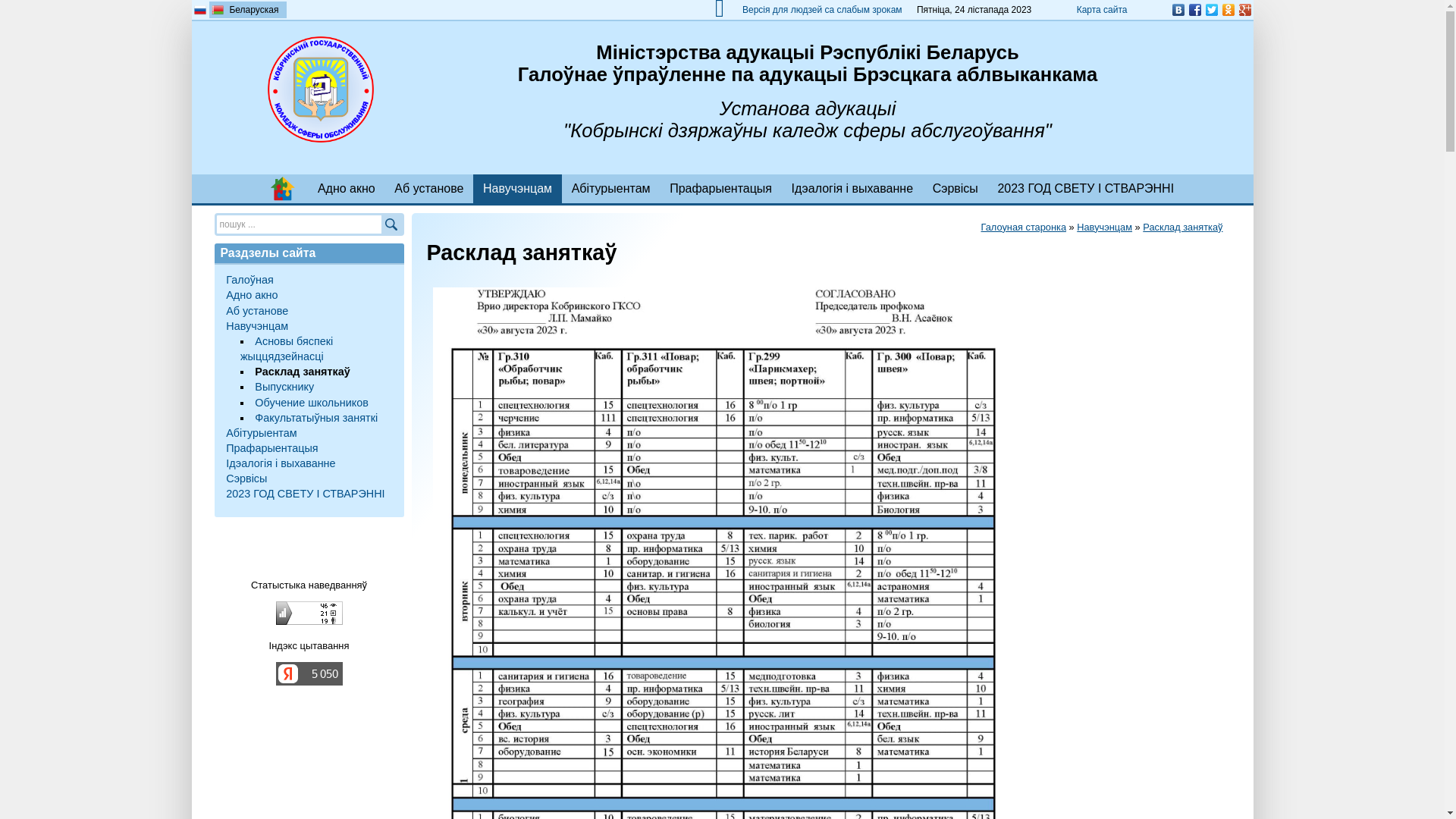 The height and width of the screenshot is (819, 1456). I want to click on 'Google Plus', so click(1244, 9).